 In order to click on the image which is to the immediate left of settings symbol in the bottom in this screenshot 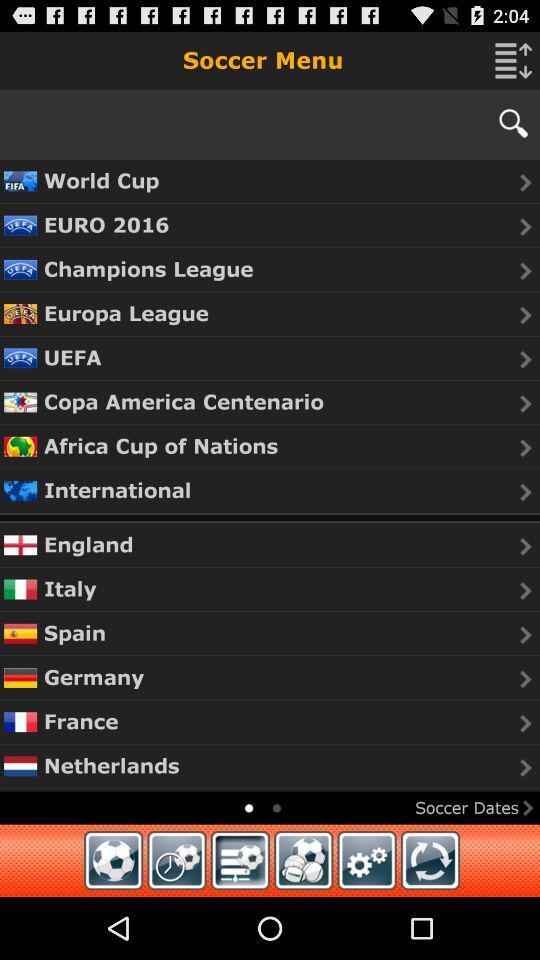, I will do `click(302, 859)`.